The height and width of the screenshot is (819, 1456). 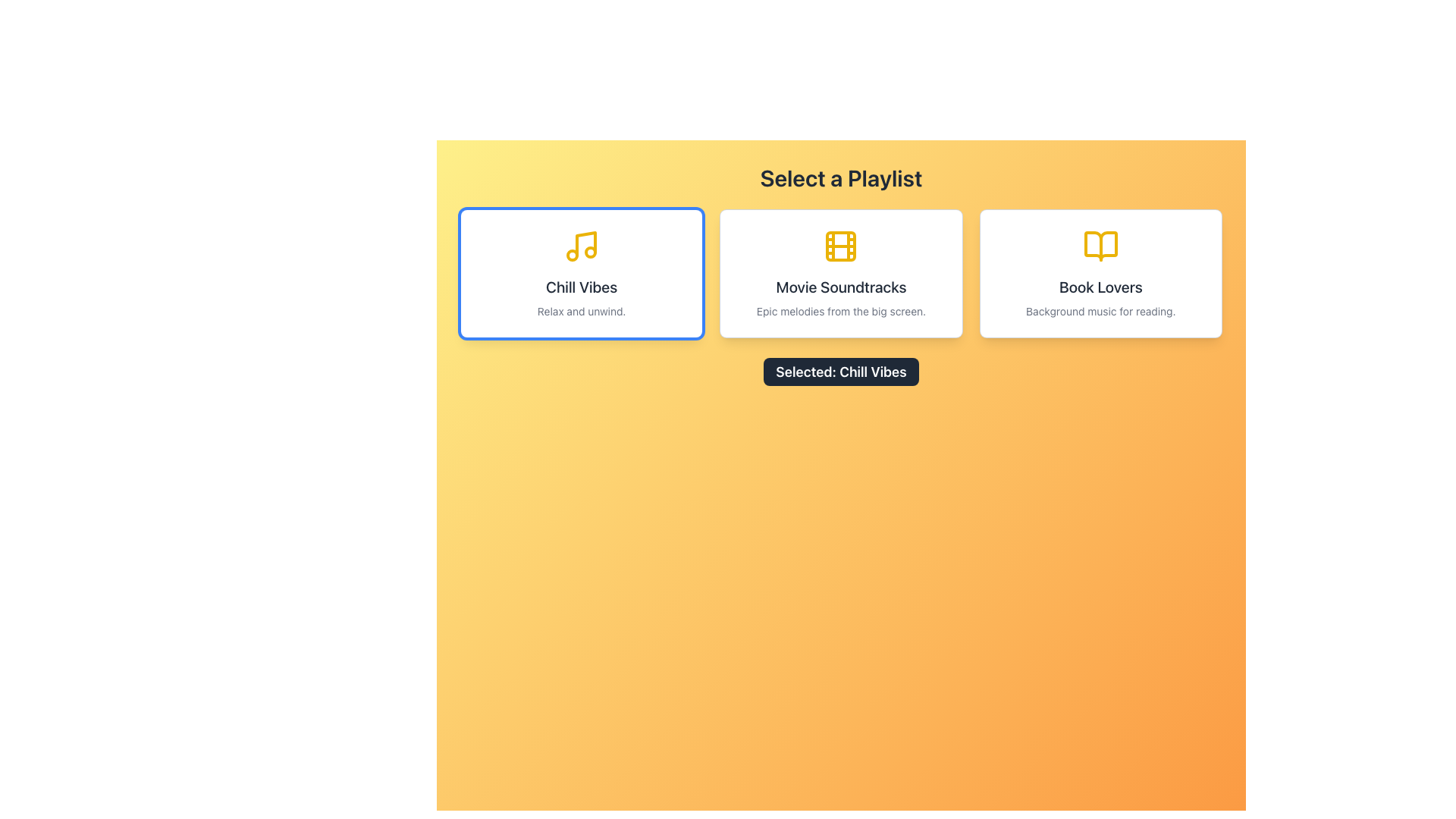 I want to click on the SVG Circle that is a decorative component of the musical note icon, positioned towards the bottom-left corner below the vertical note stem, so click(x=572, y=254).